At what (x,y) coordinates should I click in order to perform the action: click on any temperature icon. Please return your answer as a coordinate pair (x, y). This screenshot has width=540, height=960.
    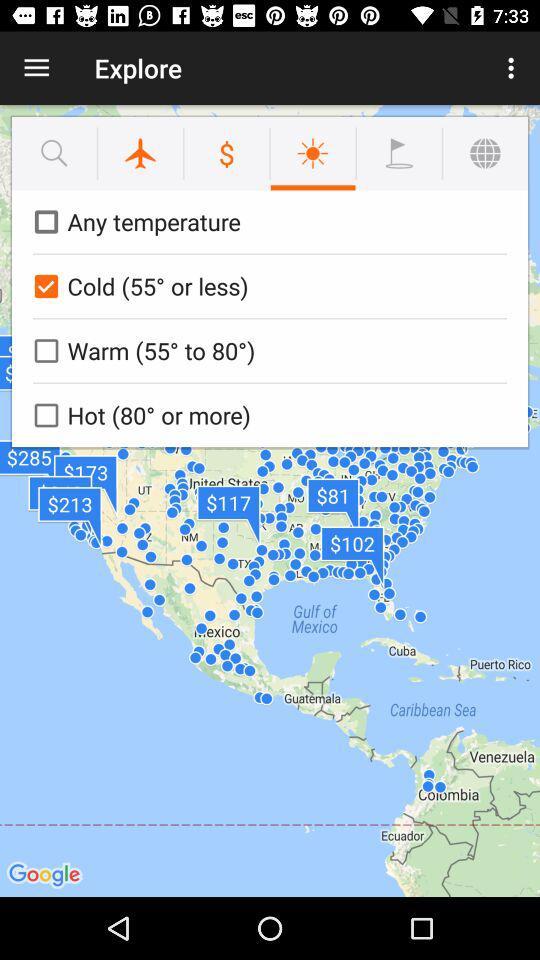
    Looking at the image, I should click on (266, 221).